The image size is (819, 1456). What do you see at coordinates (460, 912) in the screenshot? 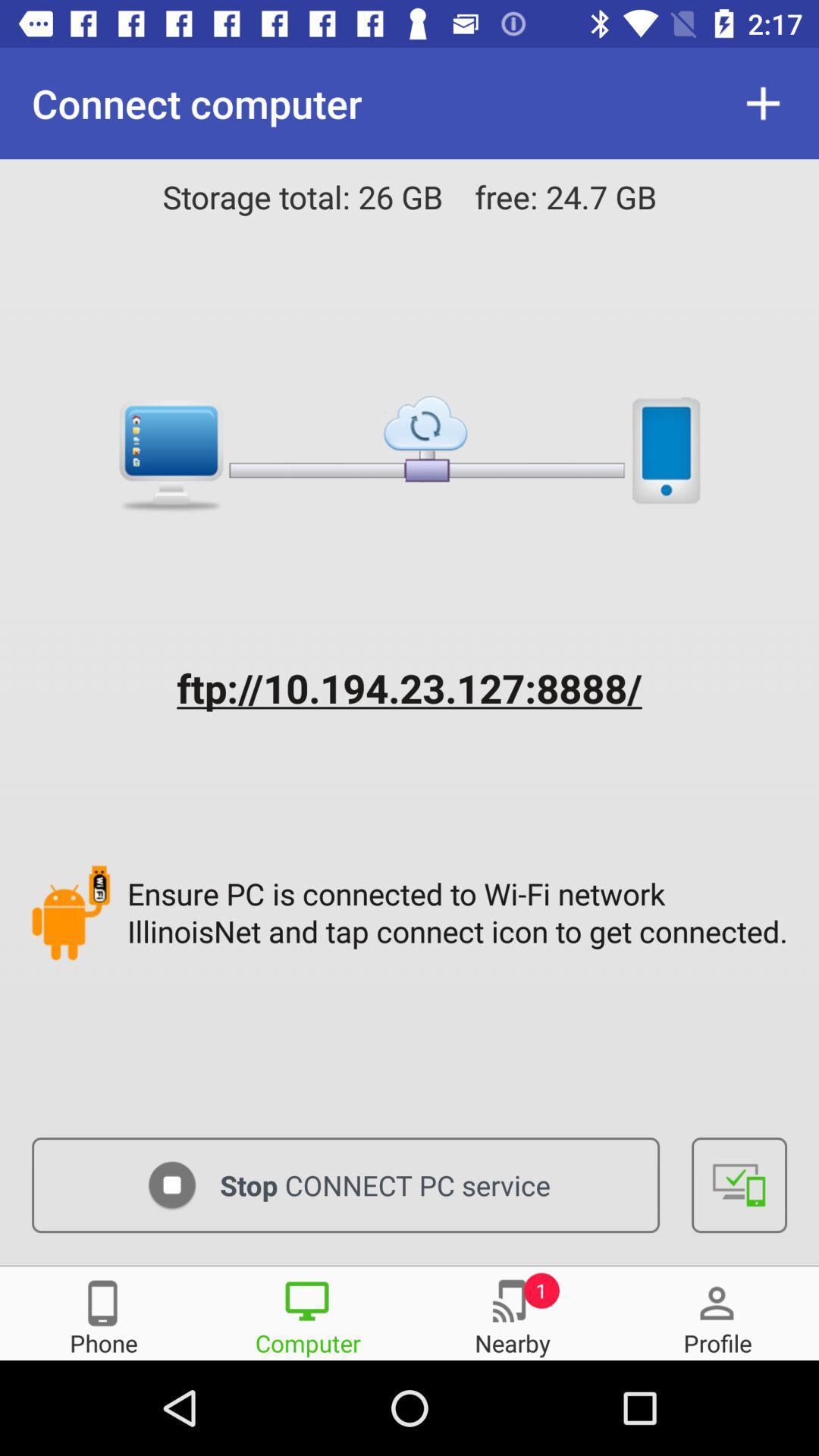
I see `ensure pc is` at bounding box center [460, 912].